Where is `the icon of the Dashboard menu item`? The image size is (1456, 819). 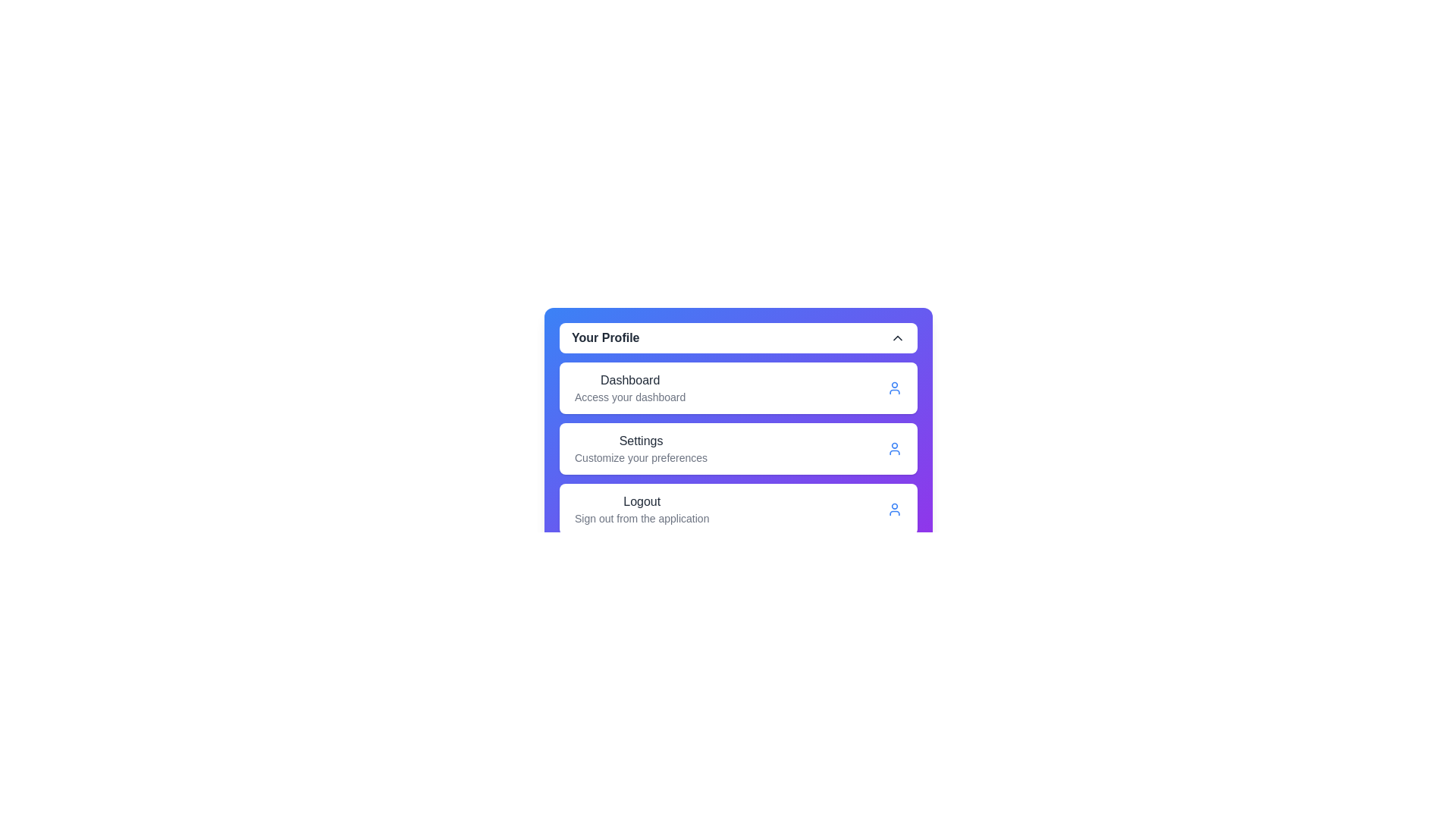
the icon of the Dashboard menu item is located at coordinates (895, 388).